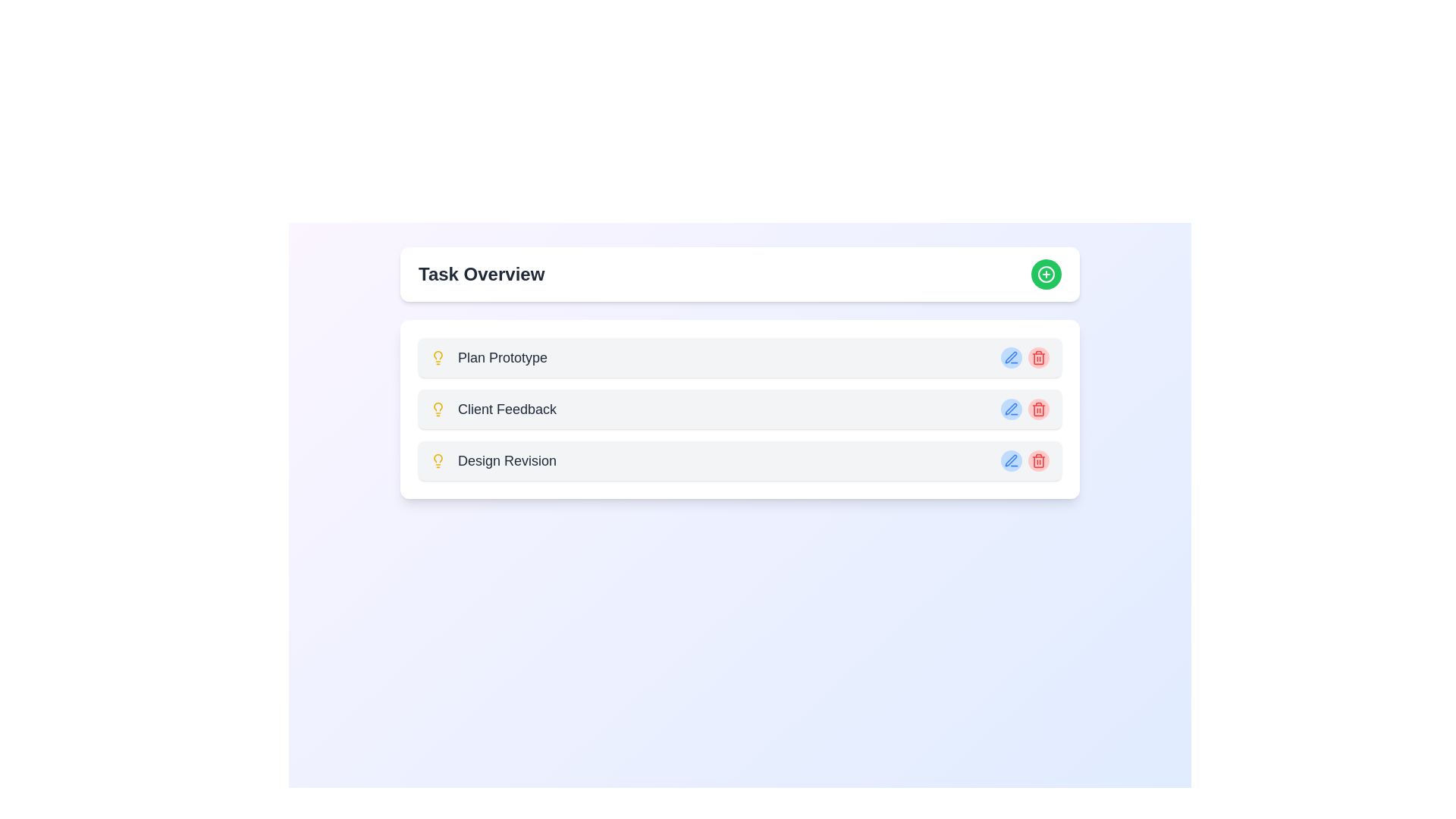 This screenshot has width=1456, height=819. What do you see at coordinates (507, 409) in the screenshot?
I see `the 'Client Feedback' text label, which is bold and dark gray, aligned` at bounding box center [507, 409].